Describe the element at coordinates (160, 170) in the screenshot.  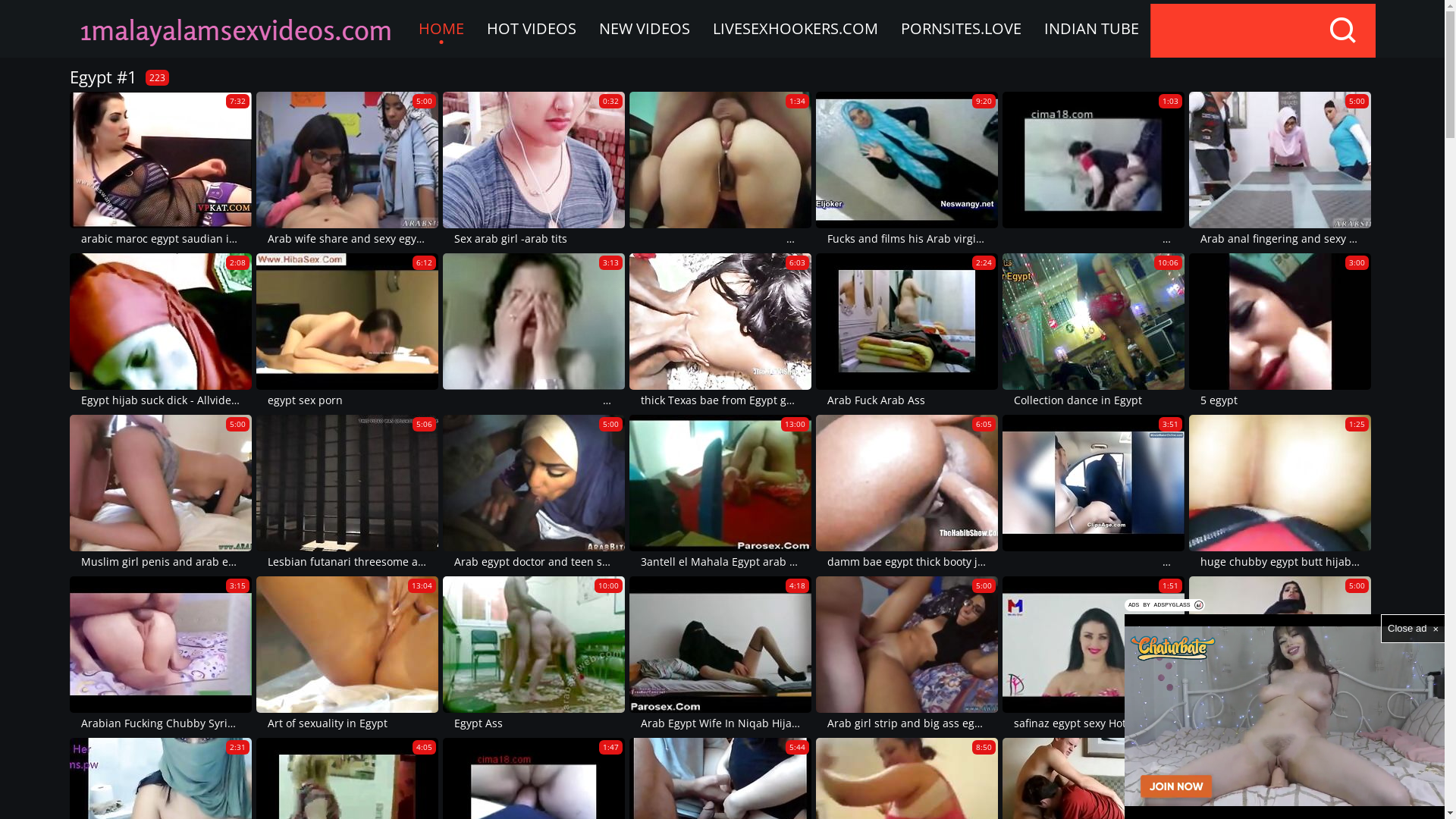
I see `'7:32` at that location.